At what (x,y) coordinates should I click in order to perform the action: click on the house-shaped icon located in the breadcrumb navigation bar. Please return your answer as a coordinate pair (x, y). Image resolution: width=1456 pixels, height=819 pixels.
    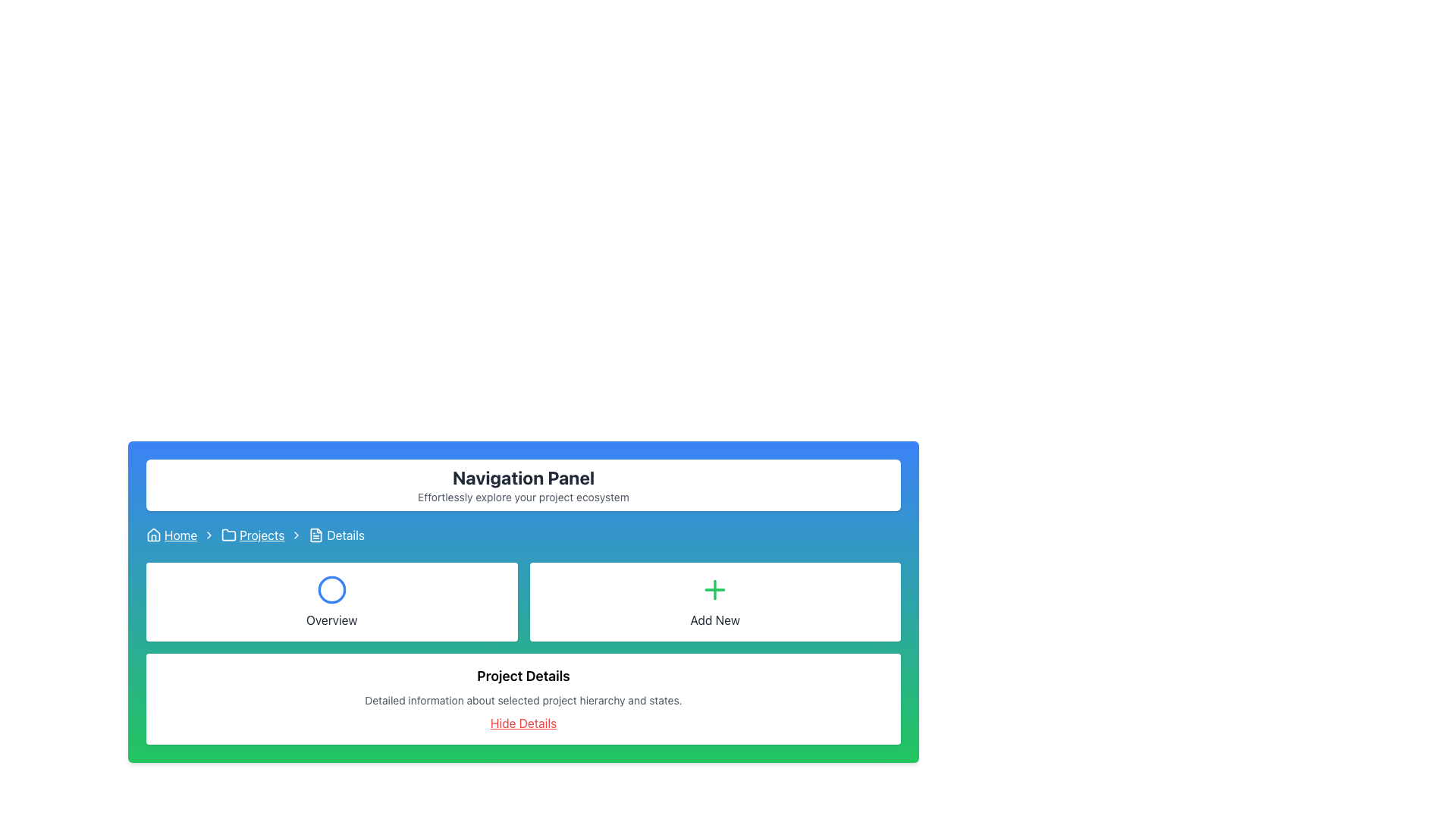
    Looking at the image, I should click on (153, 534).